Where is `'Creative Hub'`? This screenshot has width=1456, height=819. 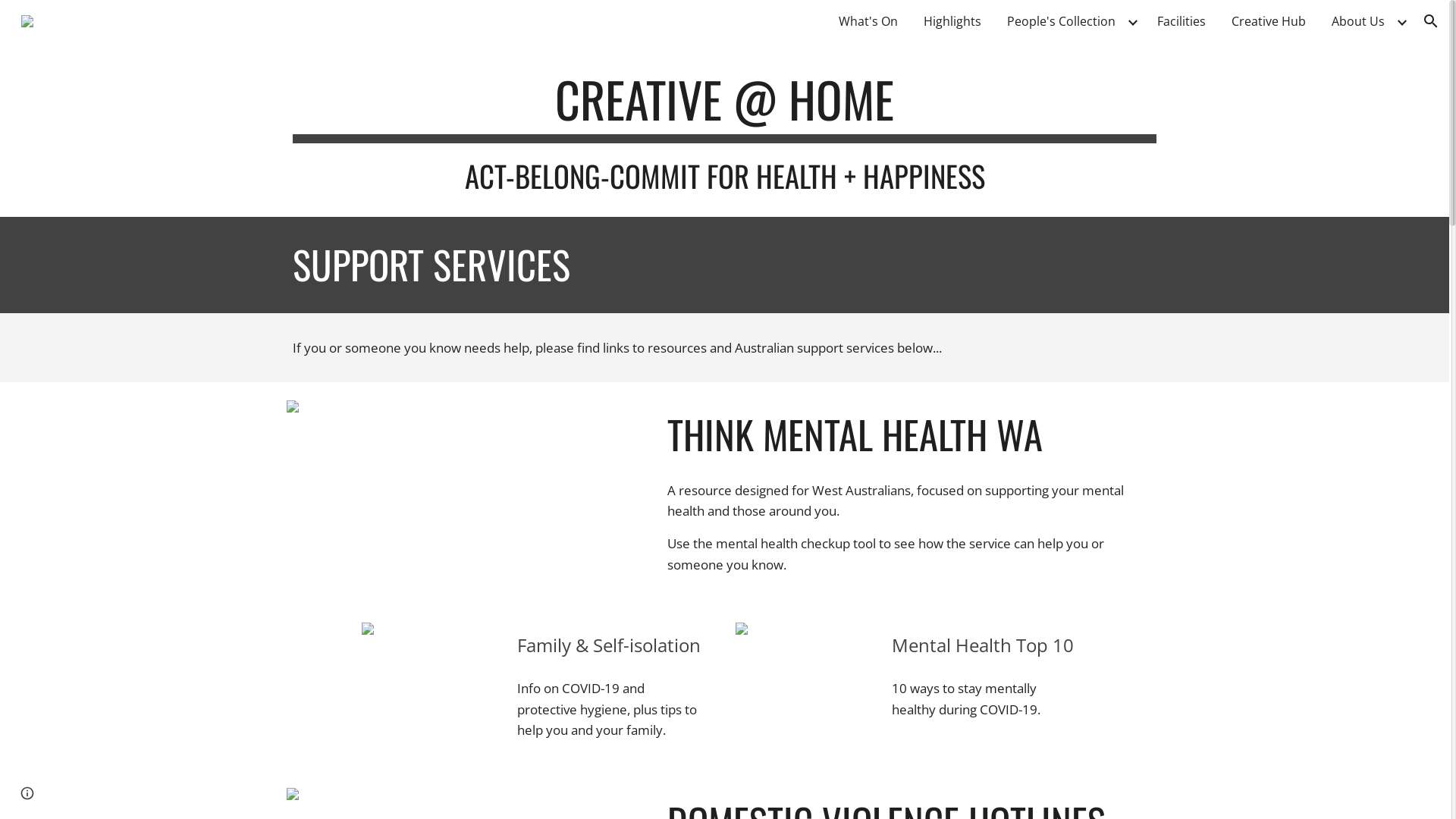 'Creative Hub' is located at coordinates (1269, 20).